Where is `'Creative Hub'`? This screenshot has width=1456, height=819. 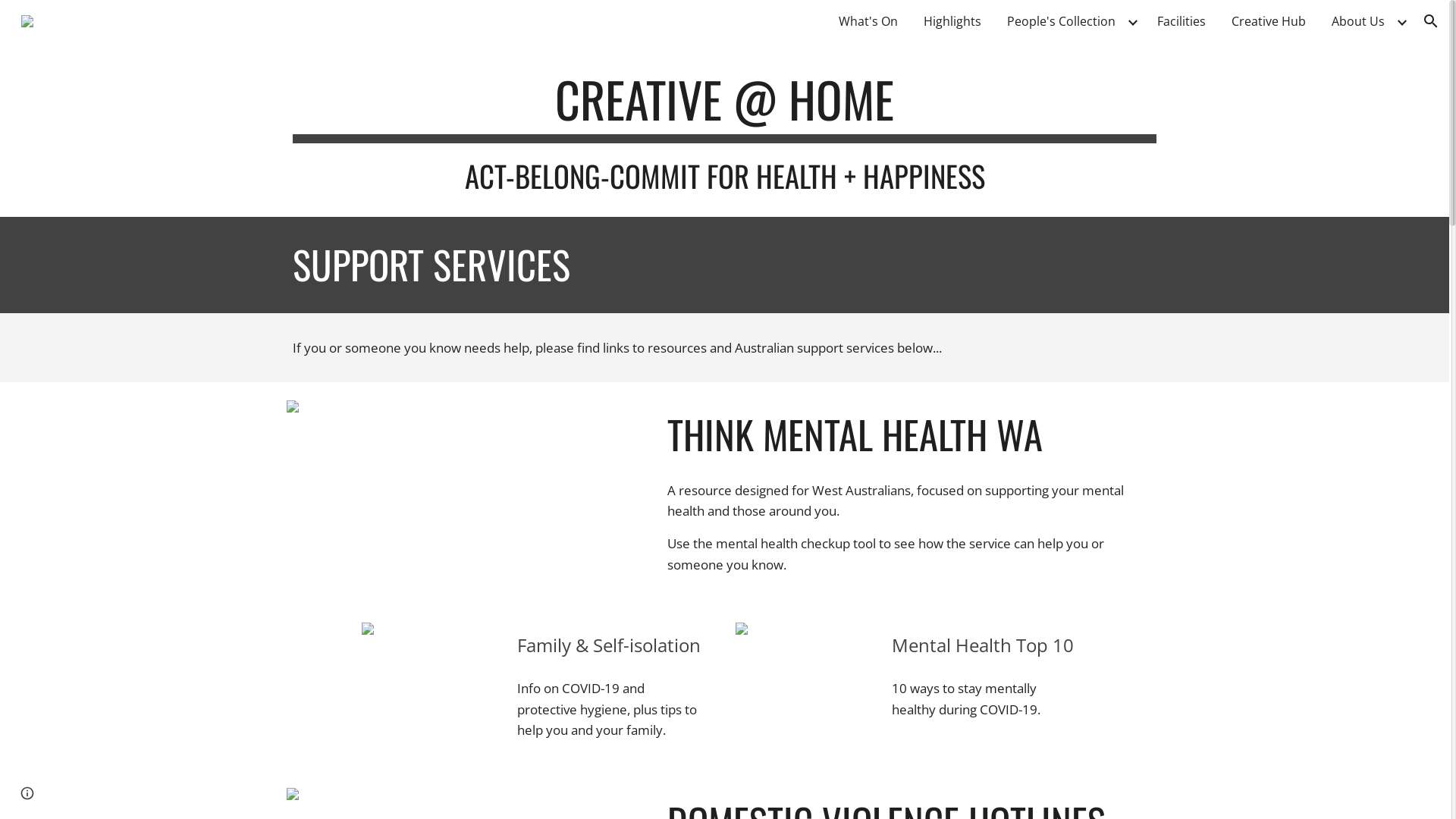 'Creative Hub' is located at coordinates (1269, 20).